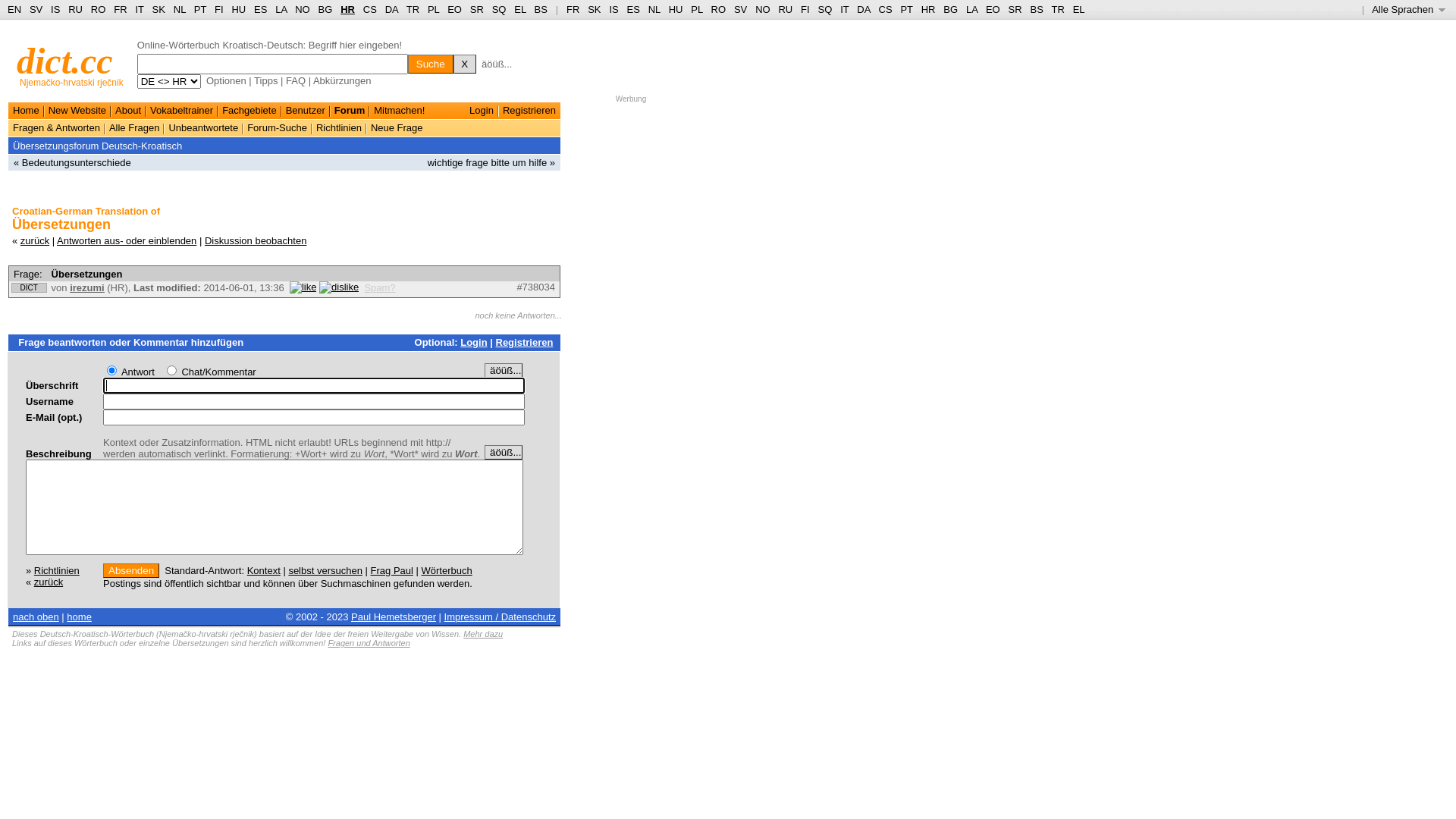 This screenshot has width=1456, height=819. I want to click on 'Fachgebiete', so click(249, 109).